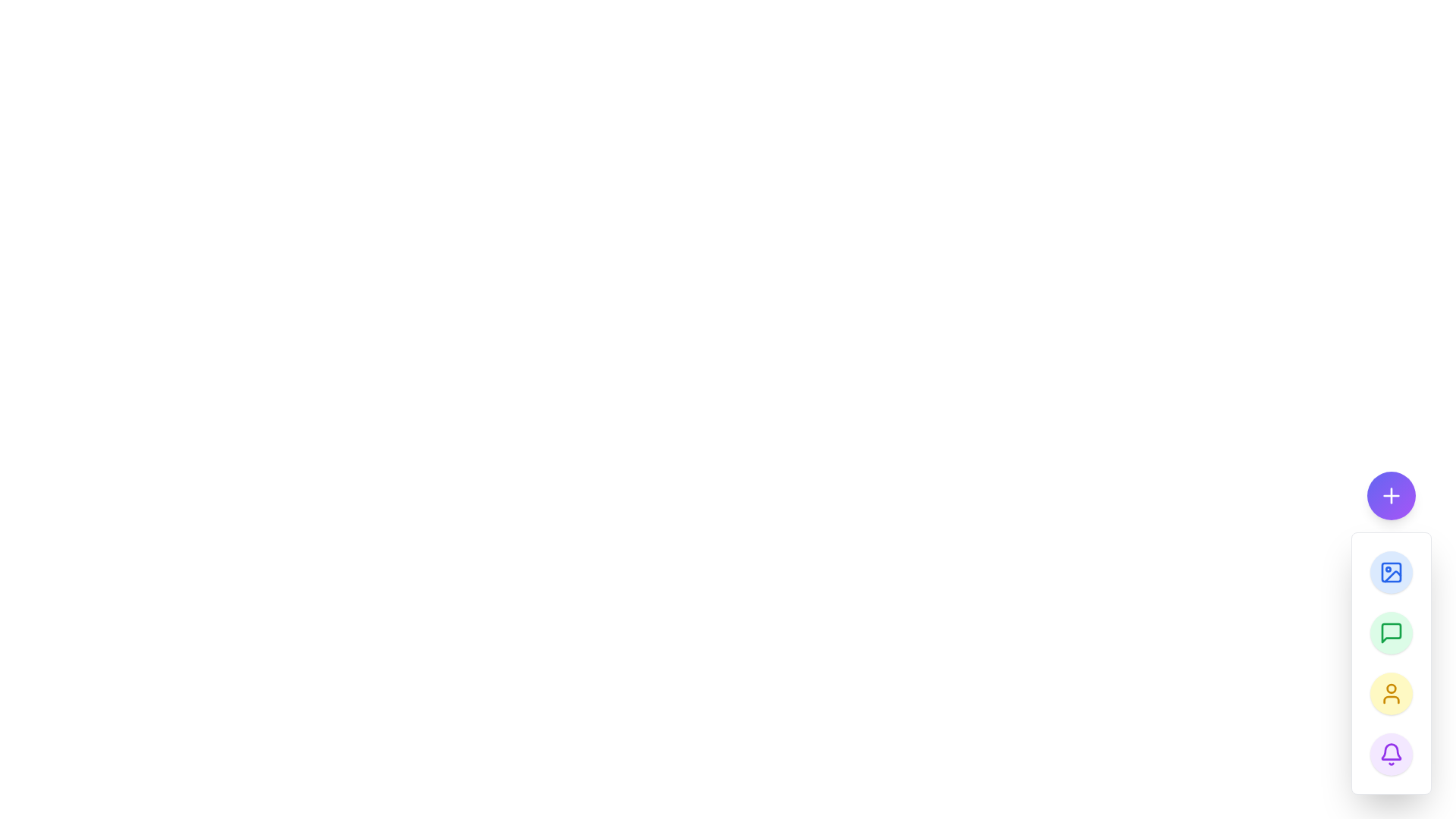 This screenshot has height=819, width=1456. I want to click on the interactive button that accesses user profile information, located third from the top in a vertical series of buttons, so click(1391, 693).